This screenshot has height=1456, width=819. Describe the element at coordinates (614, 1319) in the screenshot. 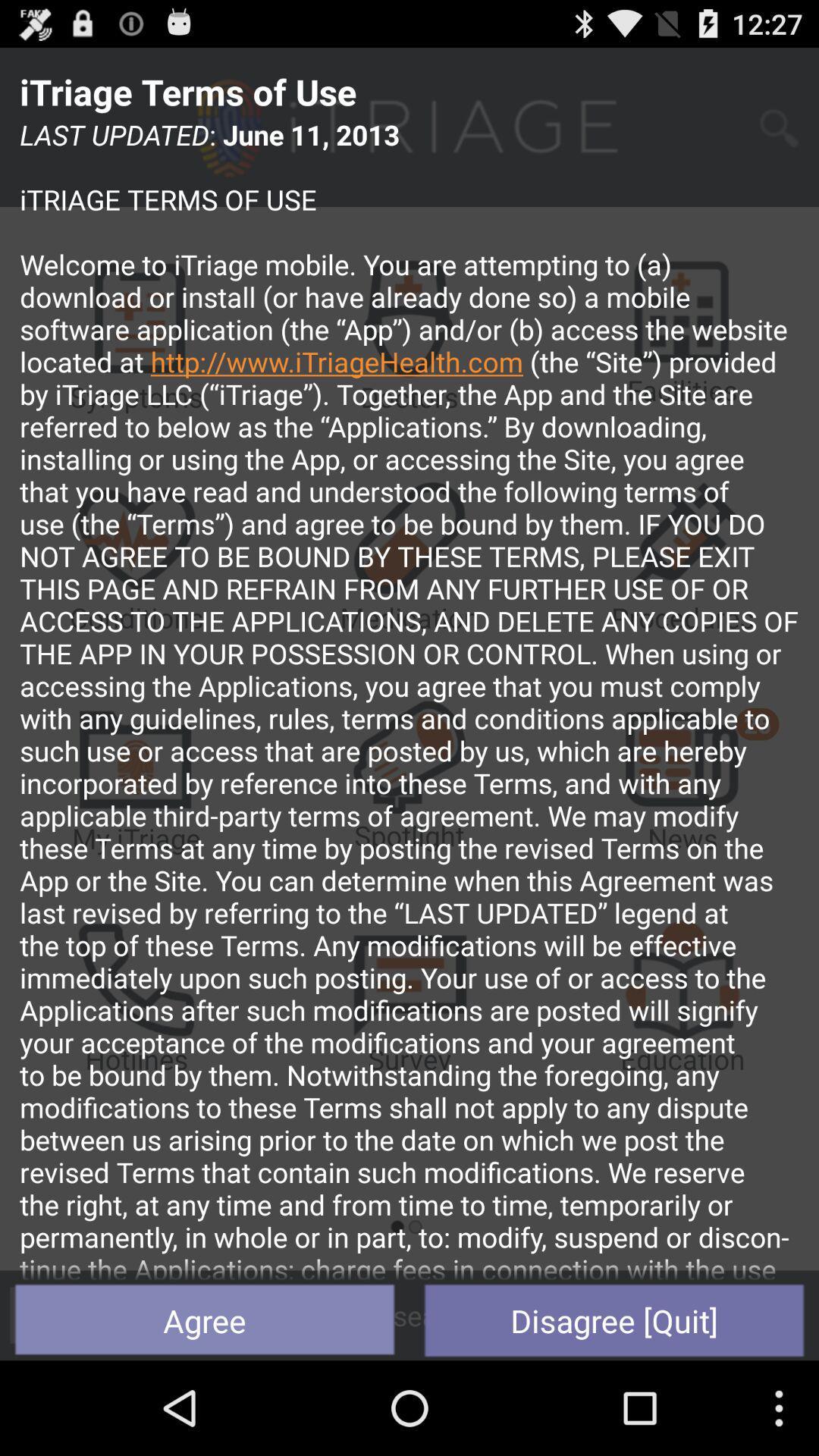

I see `item below last updated june` at that location.